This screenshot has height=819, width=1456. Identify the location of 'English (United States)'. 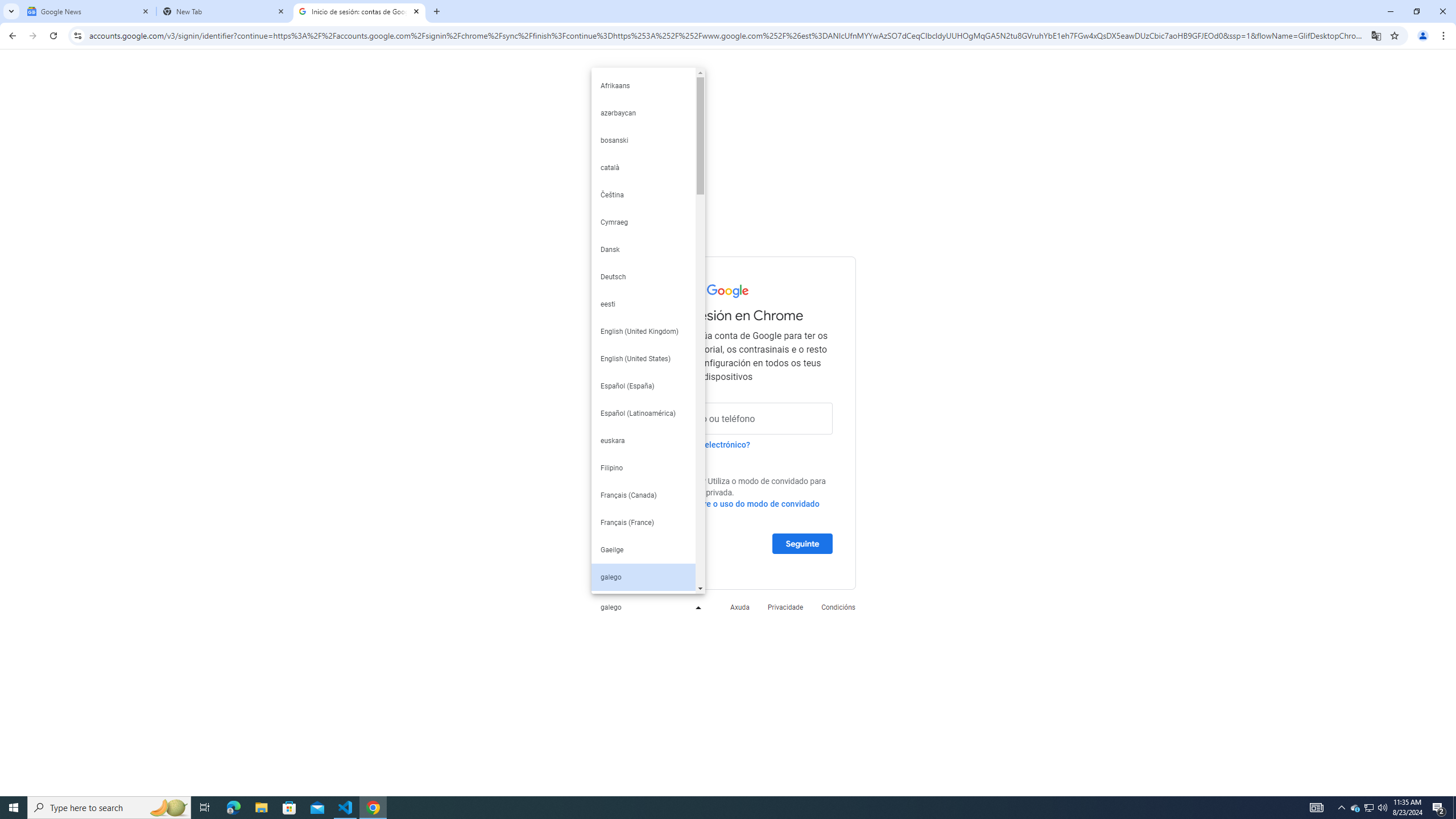
(643, 359).